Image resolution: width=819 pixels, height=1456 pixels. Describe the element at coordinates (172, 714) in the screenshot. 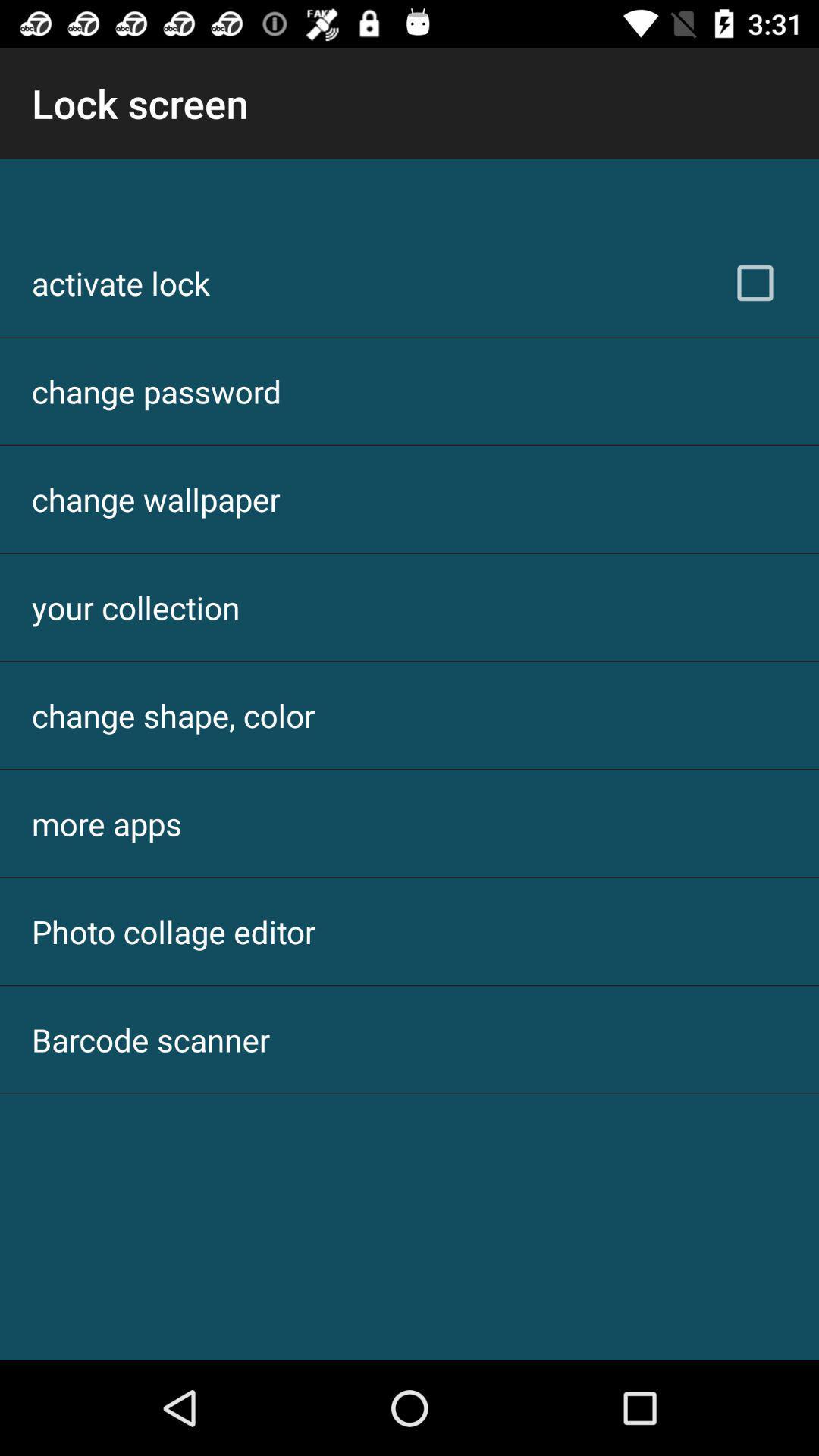

I see `the change shape, color icon` at that location.